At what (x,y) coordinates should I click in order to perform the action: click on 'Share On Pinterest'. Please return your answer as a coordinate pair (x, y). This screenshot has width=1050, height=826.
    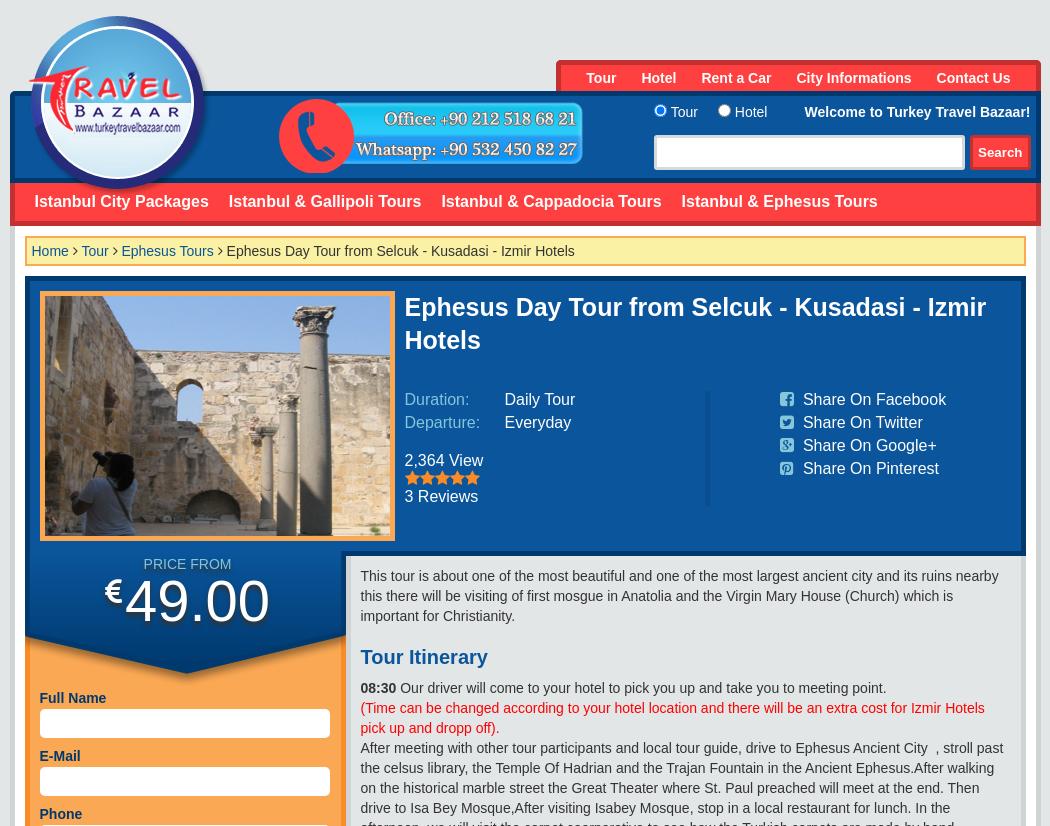
    Looking at the image, I should click on (797, 467).